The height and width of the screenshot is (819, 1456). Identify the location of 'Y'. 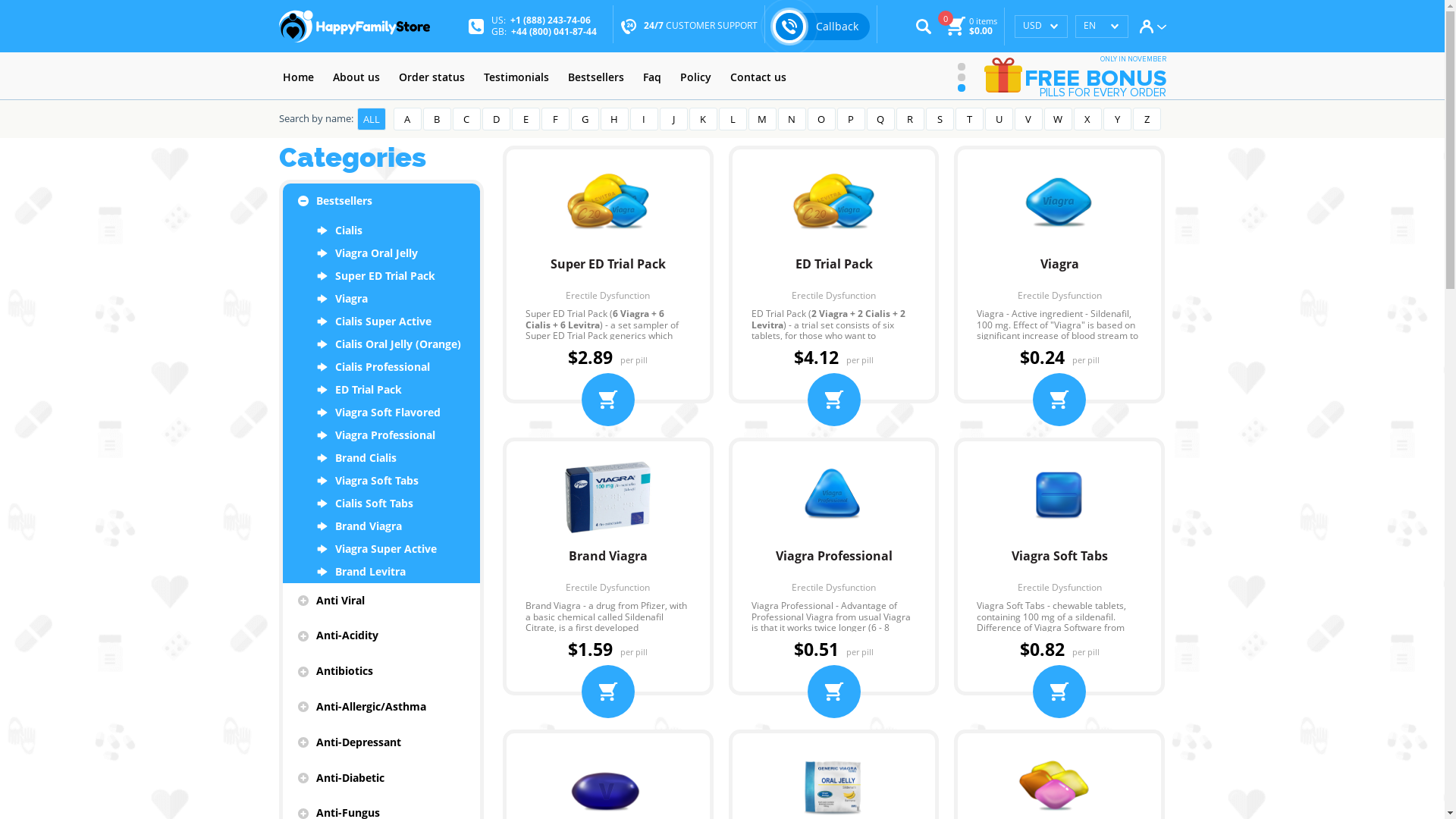
(1116, 118).